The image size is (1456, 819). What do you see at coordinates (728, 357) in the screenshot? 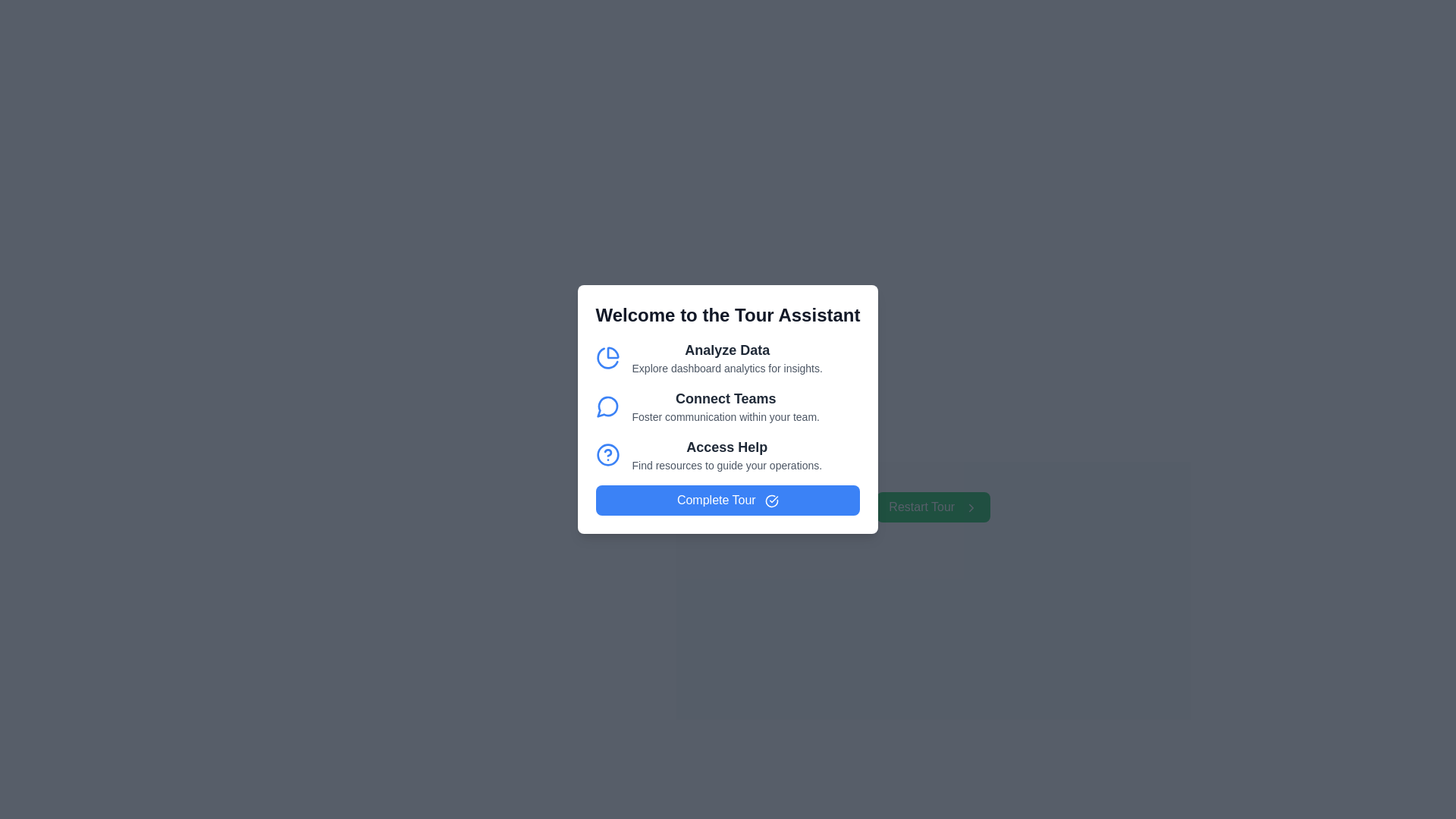
I see `the Decorative Text Block, which features a circular blue chart icon on the left and the text 'Analyze Data' in bold black followed by 'Explore dashboard analytics for insights.' in smaller gray text` at bounding box center [728, 357].